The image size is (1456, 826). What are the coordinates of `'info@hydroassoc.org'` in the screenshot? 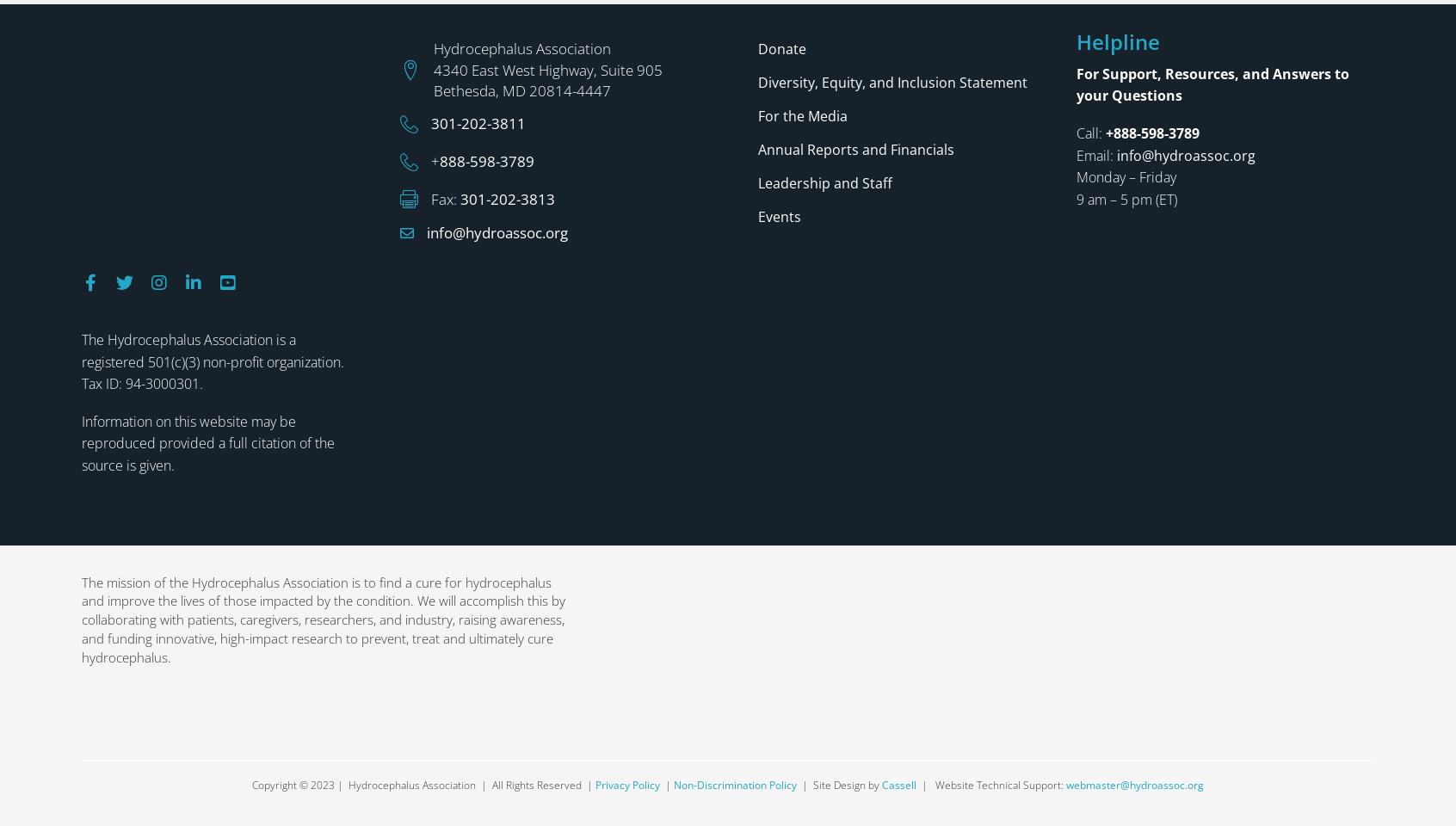 It's located at (426, 10).